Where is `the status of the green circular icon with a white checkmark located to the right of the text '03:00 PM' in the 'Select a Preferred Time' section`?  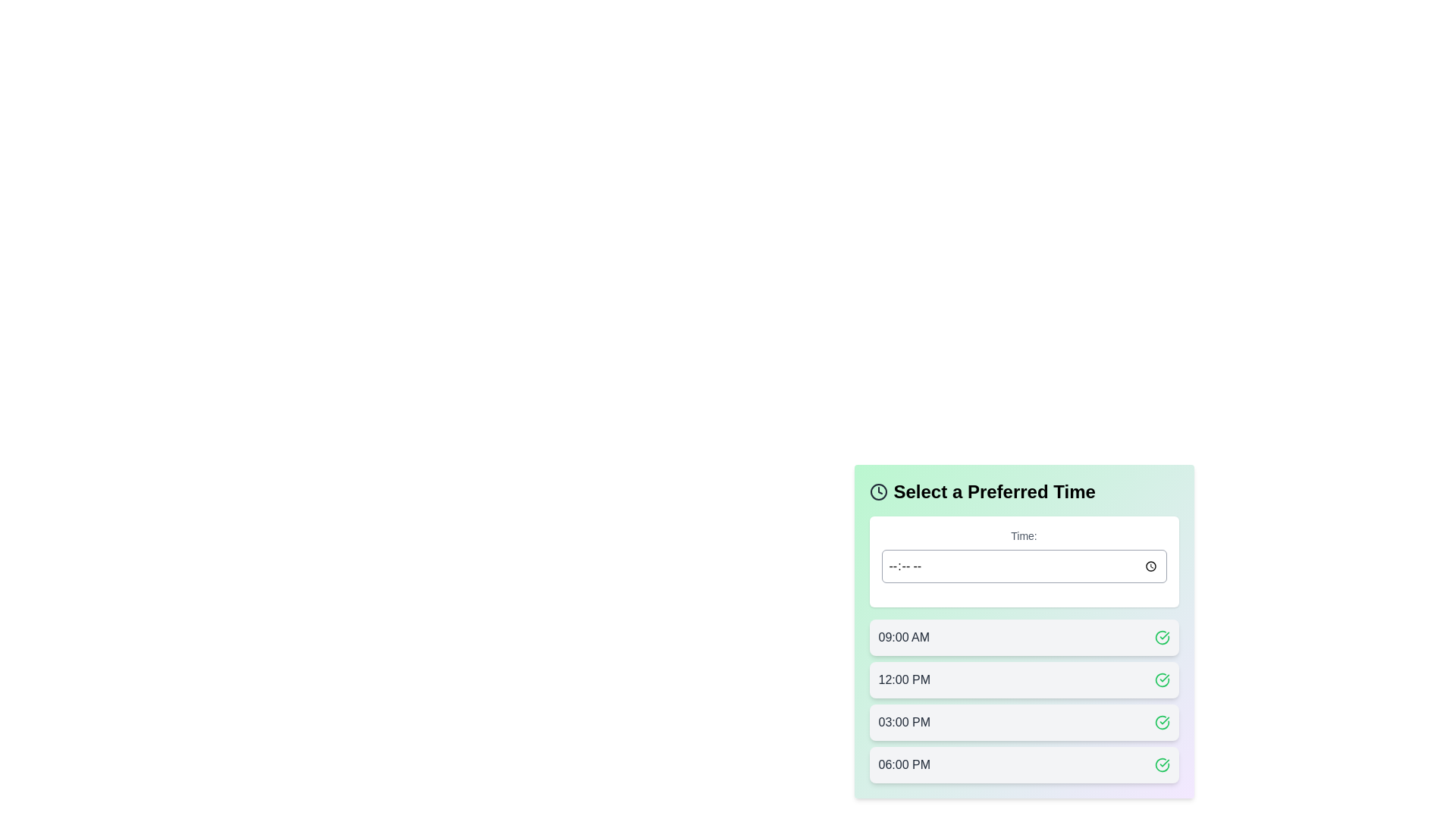
the status of the green circular icon with a white checkmark located to the right of the text '03:00 PM' in the 'Select a Preferred Time' section is located at coordinates (1161, 721).